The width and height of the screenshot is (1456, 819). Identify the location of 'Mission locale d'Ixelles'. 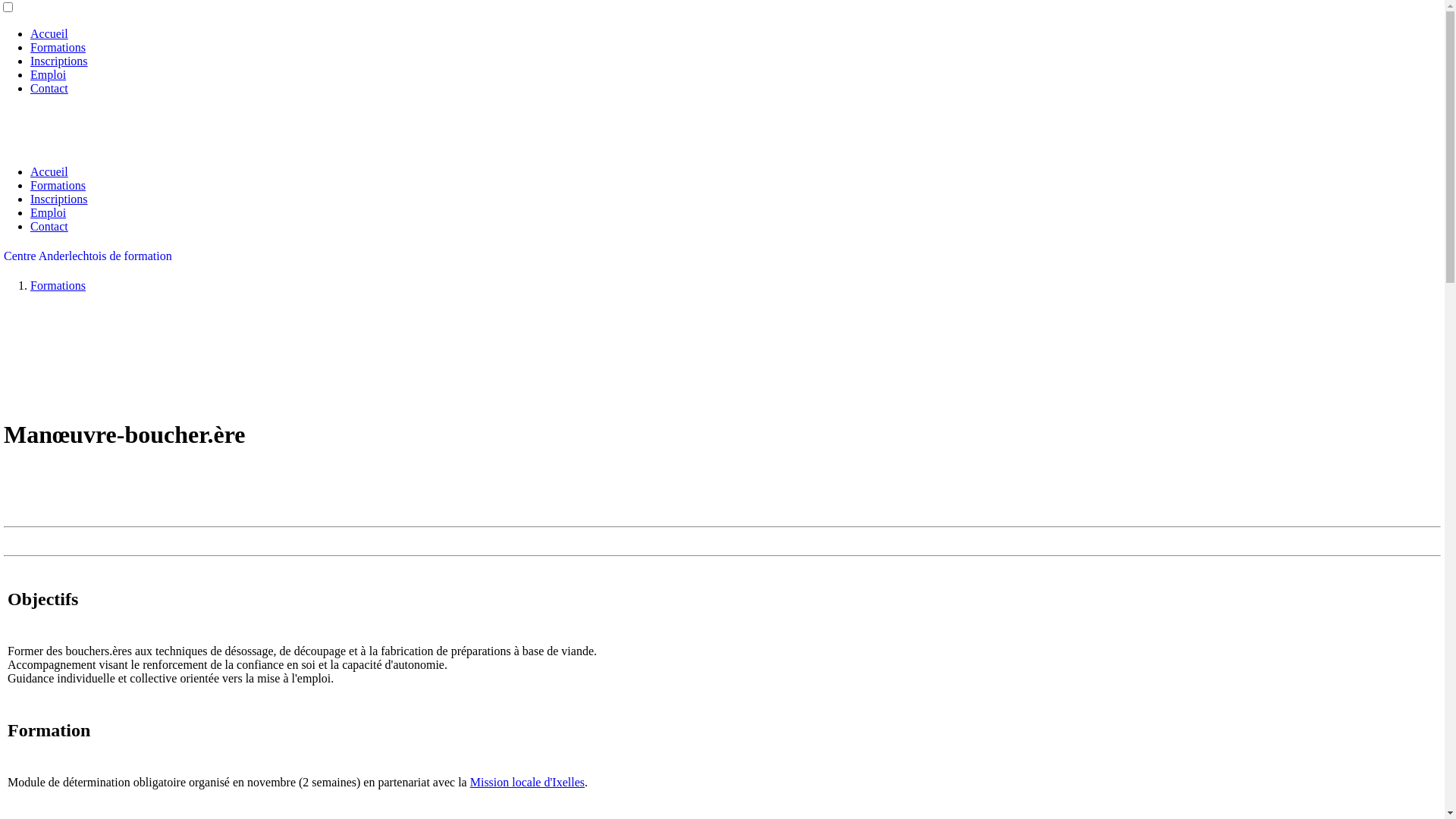
(527, 781).